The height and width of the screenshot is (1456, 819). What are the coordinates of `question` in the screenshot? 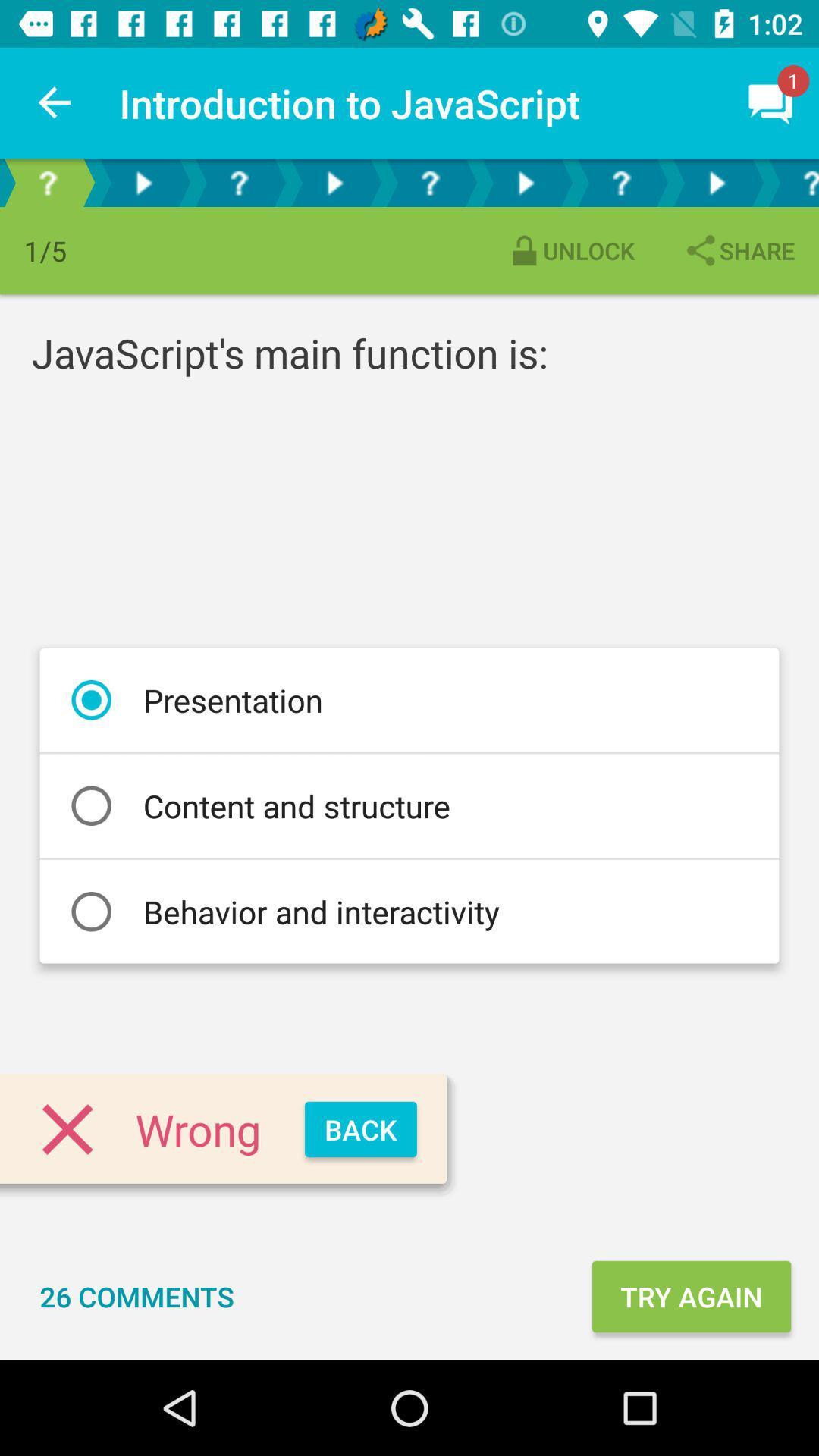 It's located at (791, 182).